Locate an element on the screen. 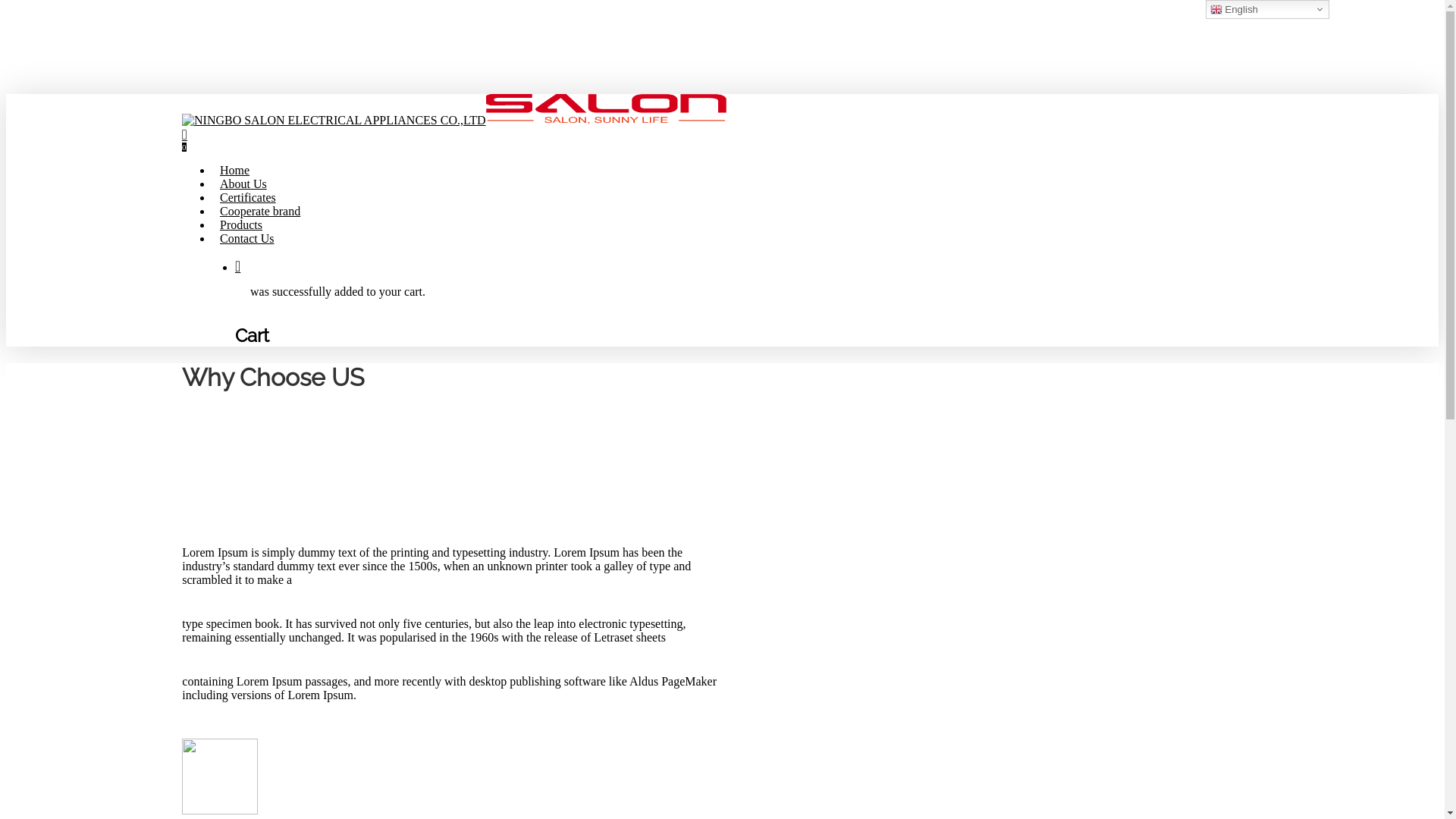 This screenshot has height=819, width=1456. 'Cooperate brand' is located at coordinates (218, 211).